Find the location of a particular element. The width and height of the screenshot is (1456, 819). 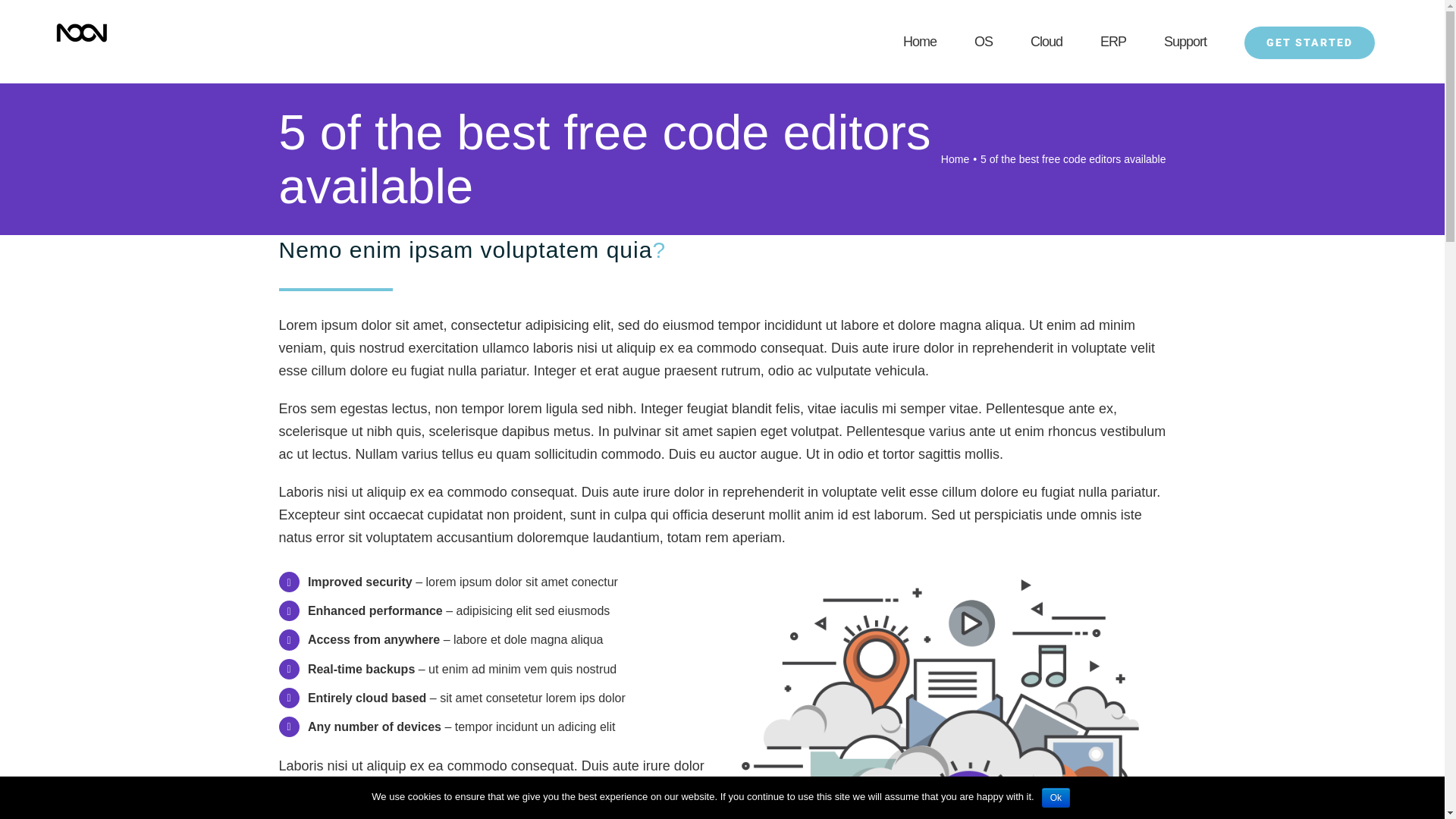

'GET STARTED' is located at coordinates (1309, 40).